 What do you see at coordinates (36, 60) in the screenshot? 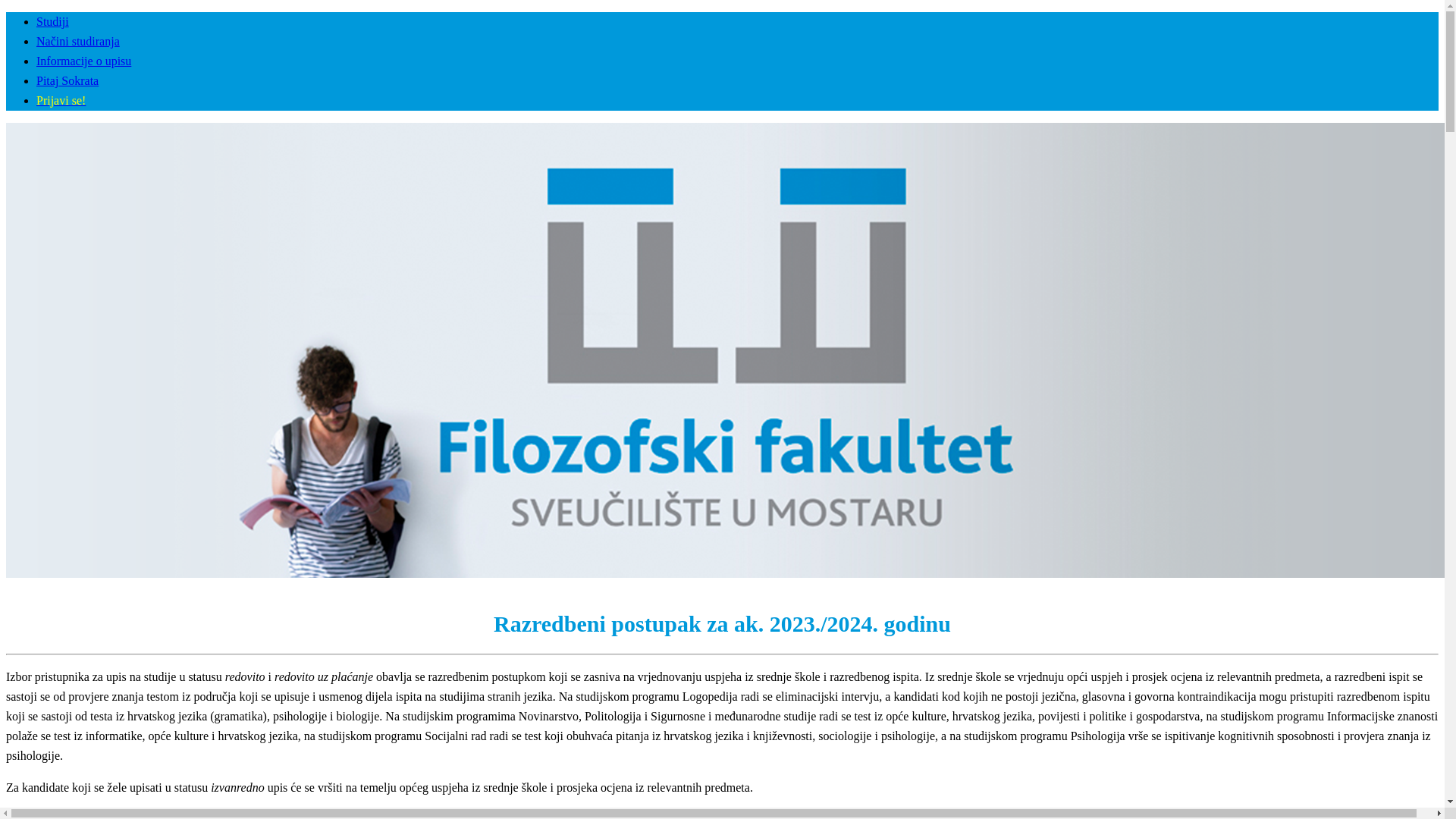
I see `'Informacije o upisu'` at bounding box center [36, 60].